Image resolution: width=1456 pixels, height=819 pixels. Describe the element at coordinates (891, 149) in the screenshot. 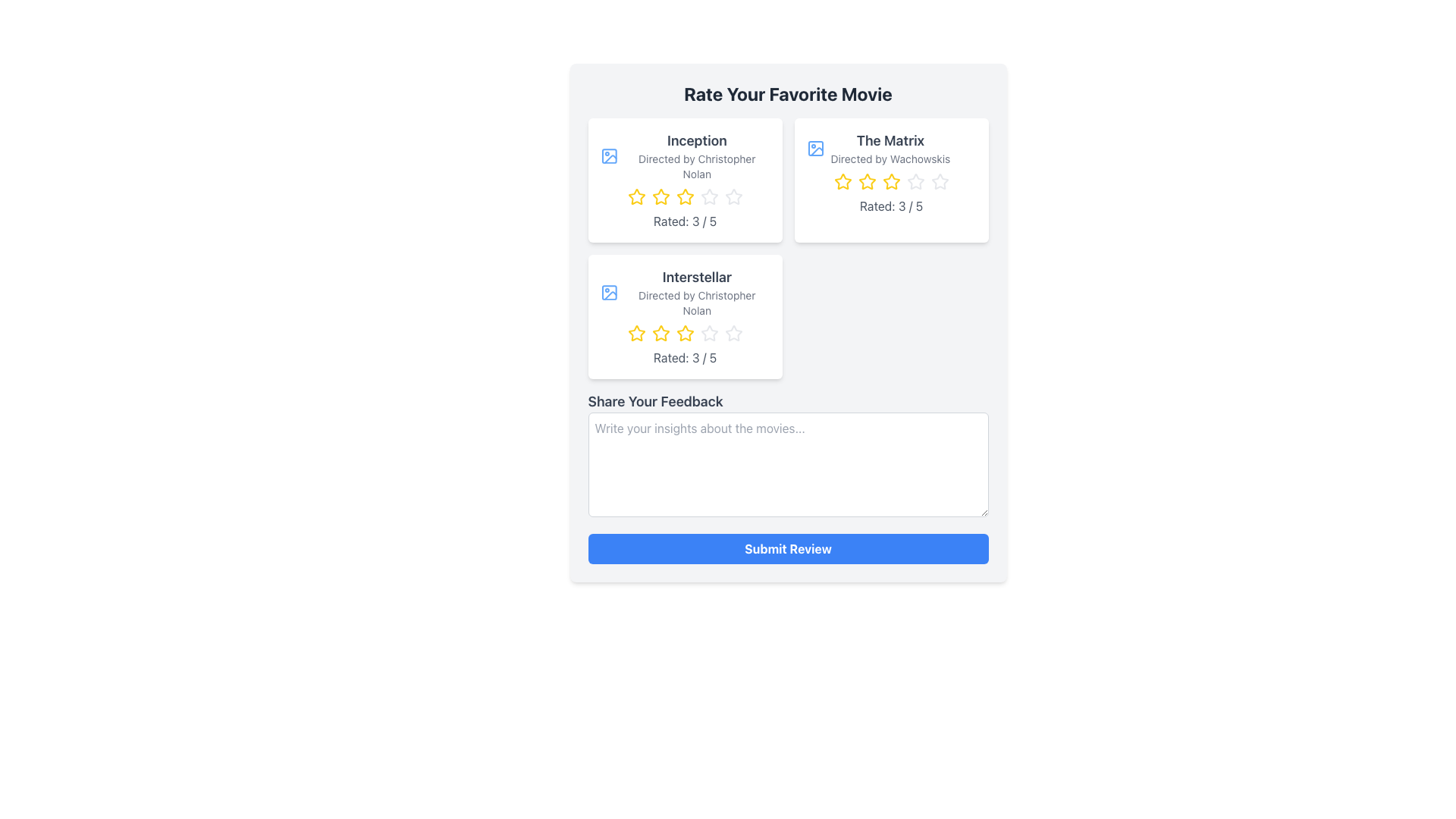

I see `the thumbnail or text of the movie 'The Matrix'` at that location.